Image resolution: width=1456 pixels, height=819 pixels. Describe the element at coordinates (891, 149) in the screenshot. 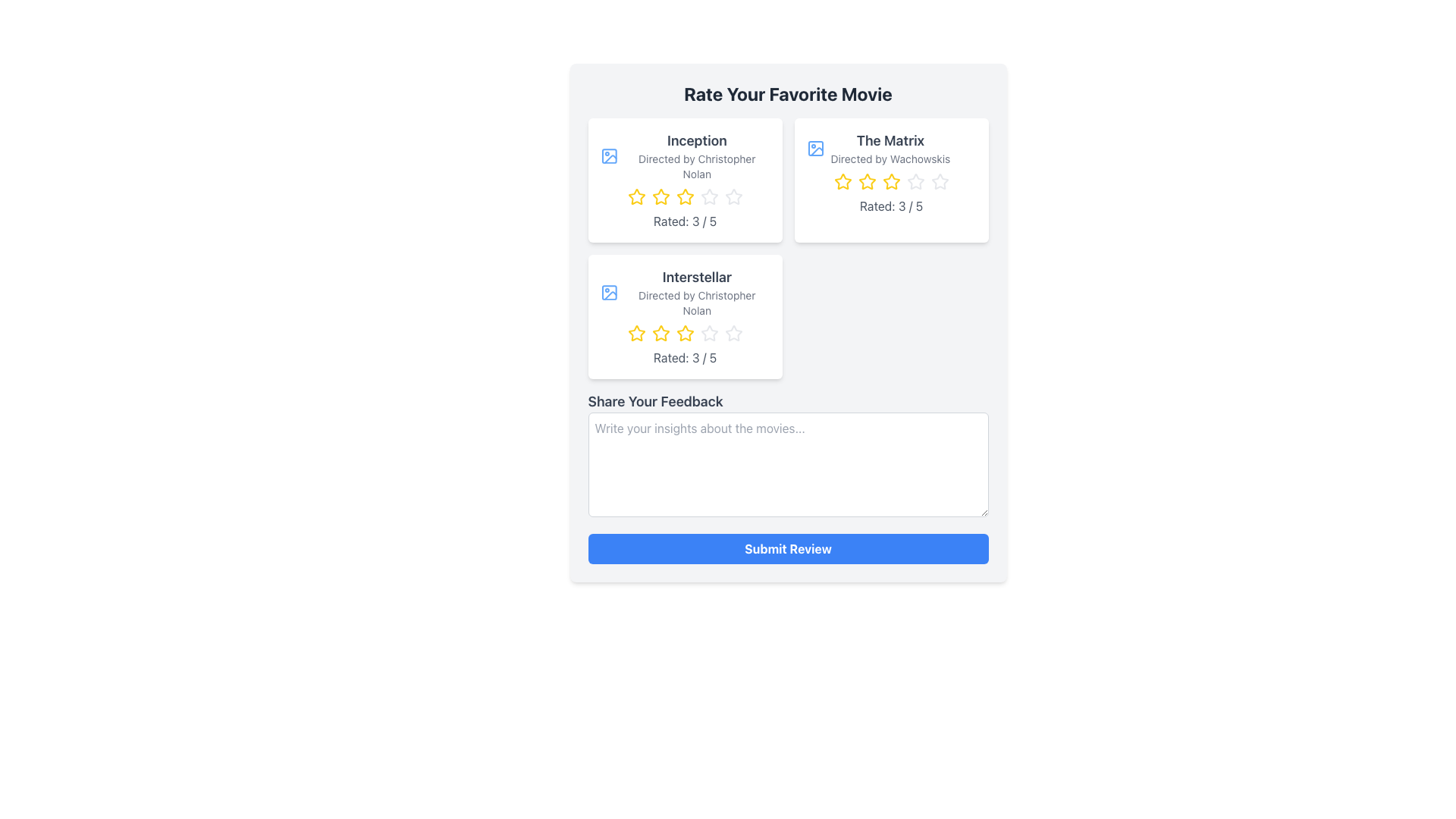

I see `the thumbnail or text of the movie 'The Matrix'` at that location.